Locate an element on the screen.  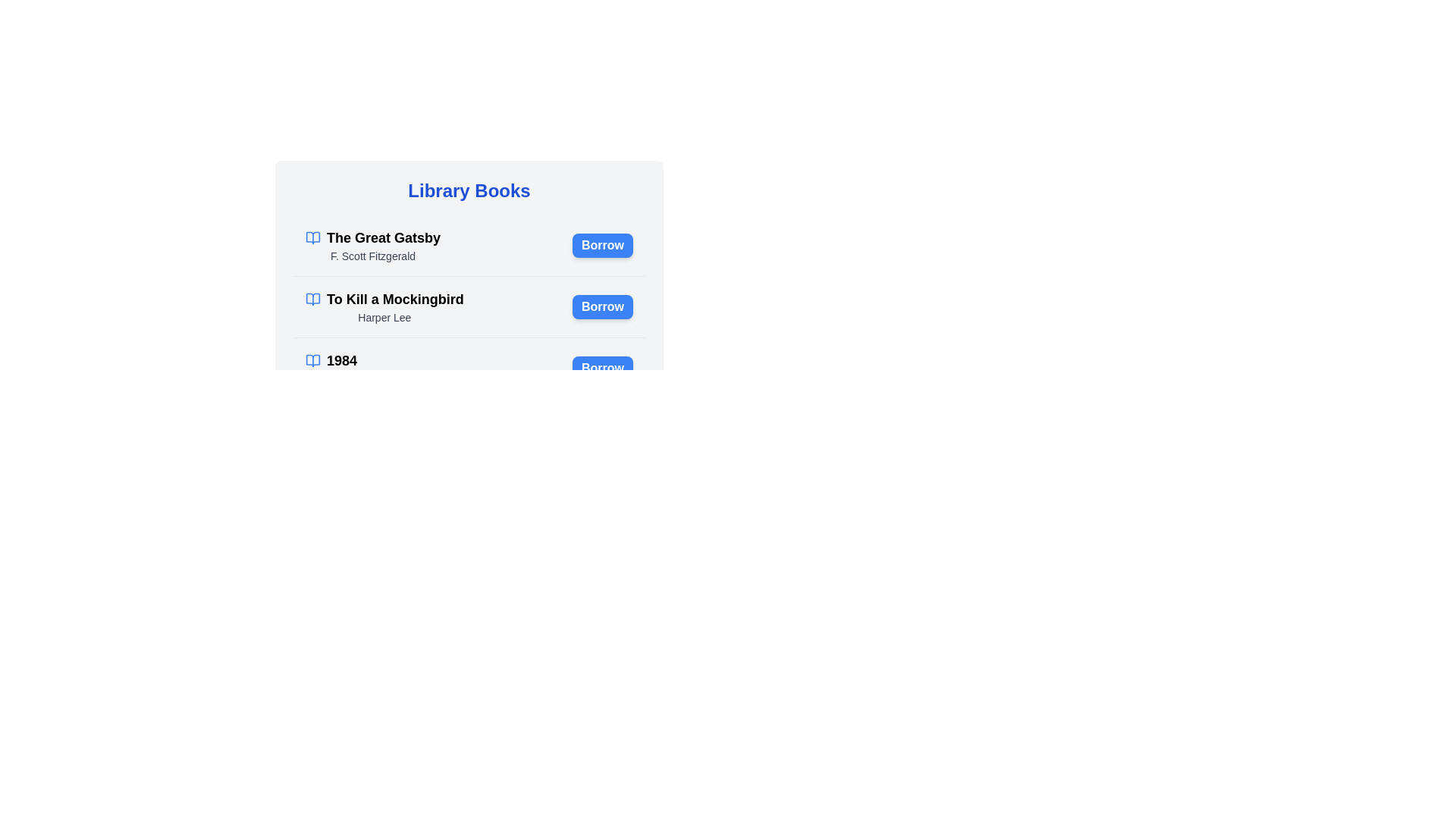
the 'Borrow' button for the book titled 'To Kill a Mockingbird' is located at coordinates (602, 307).